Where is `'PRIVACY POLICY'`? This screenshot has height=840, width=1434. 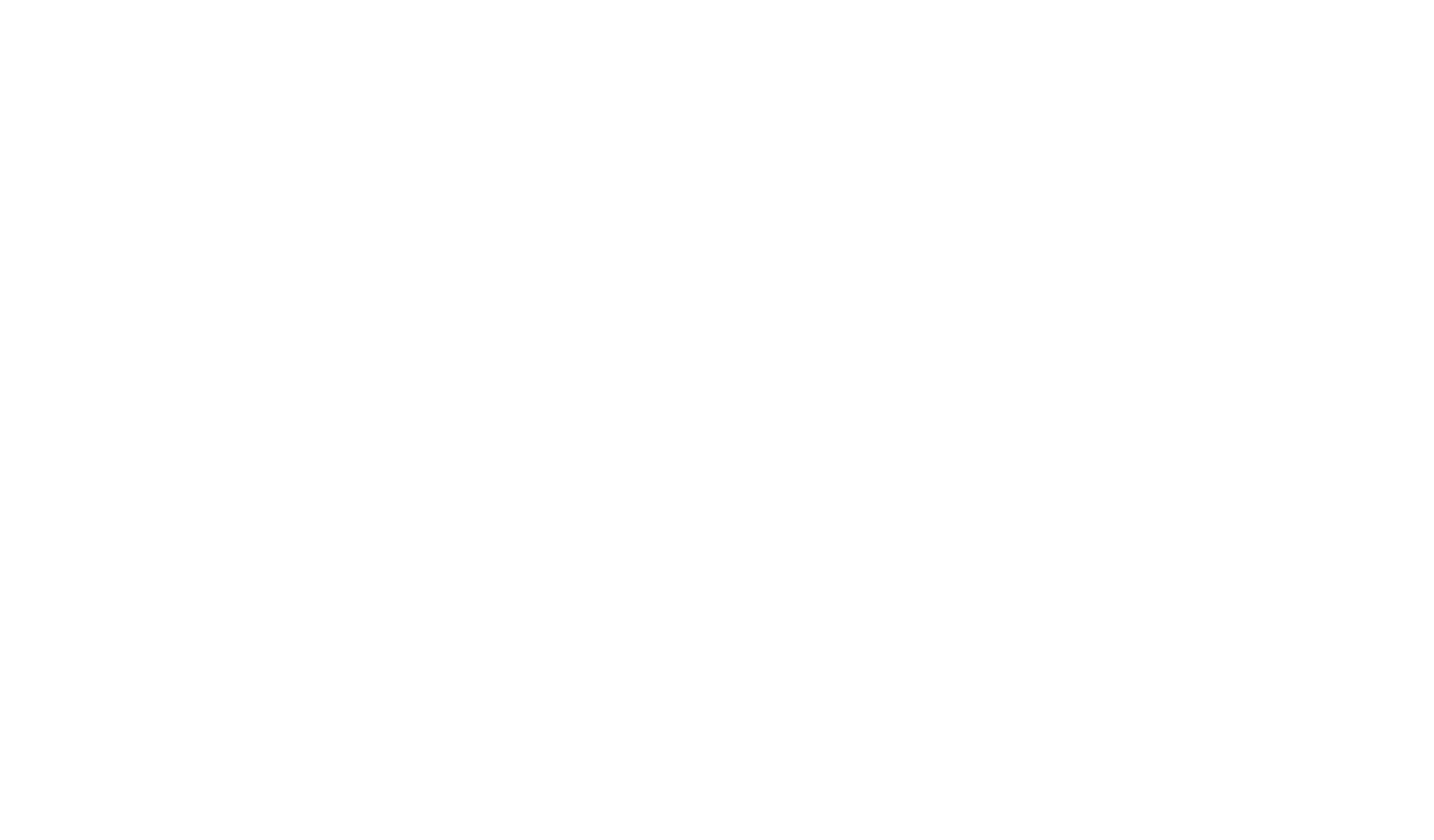
'PRIVACY POLICY' is located at coordinates (174, 561).